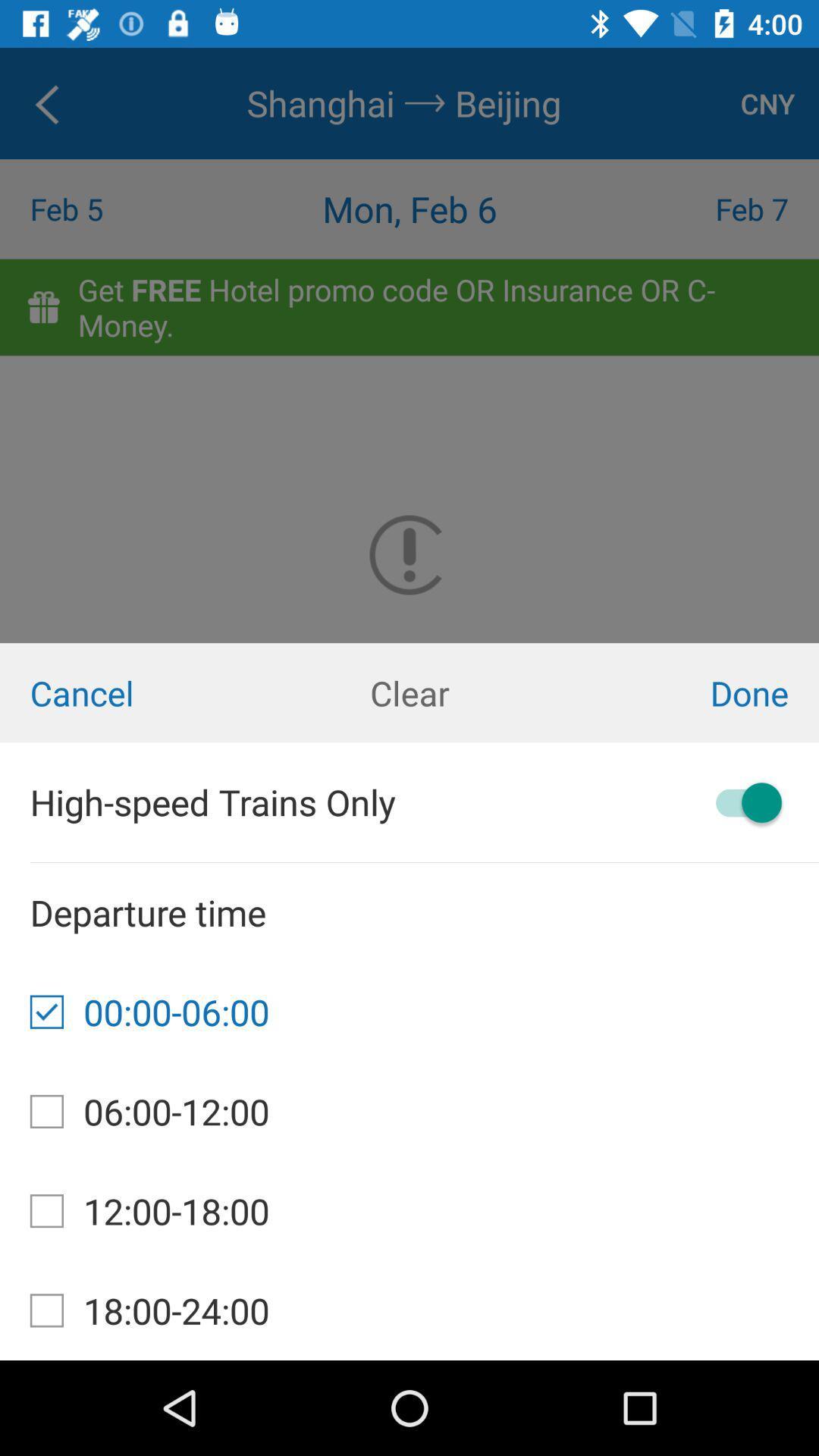 The height and width of the screenshot is (1456, 819). Describe the element at coordinates (681, 692) in the screenshot. I see `the icon to the right of the clear` at that location.